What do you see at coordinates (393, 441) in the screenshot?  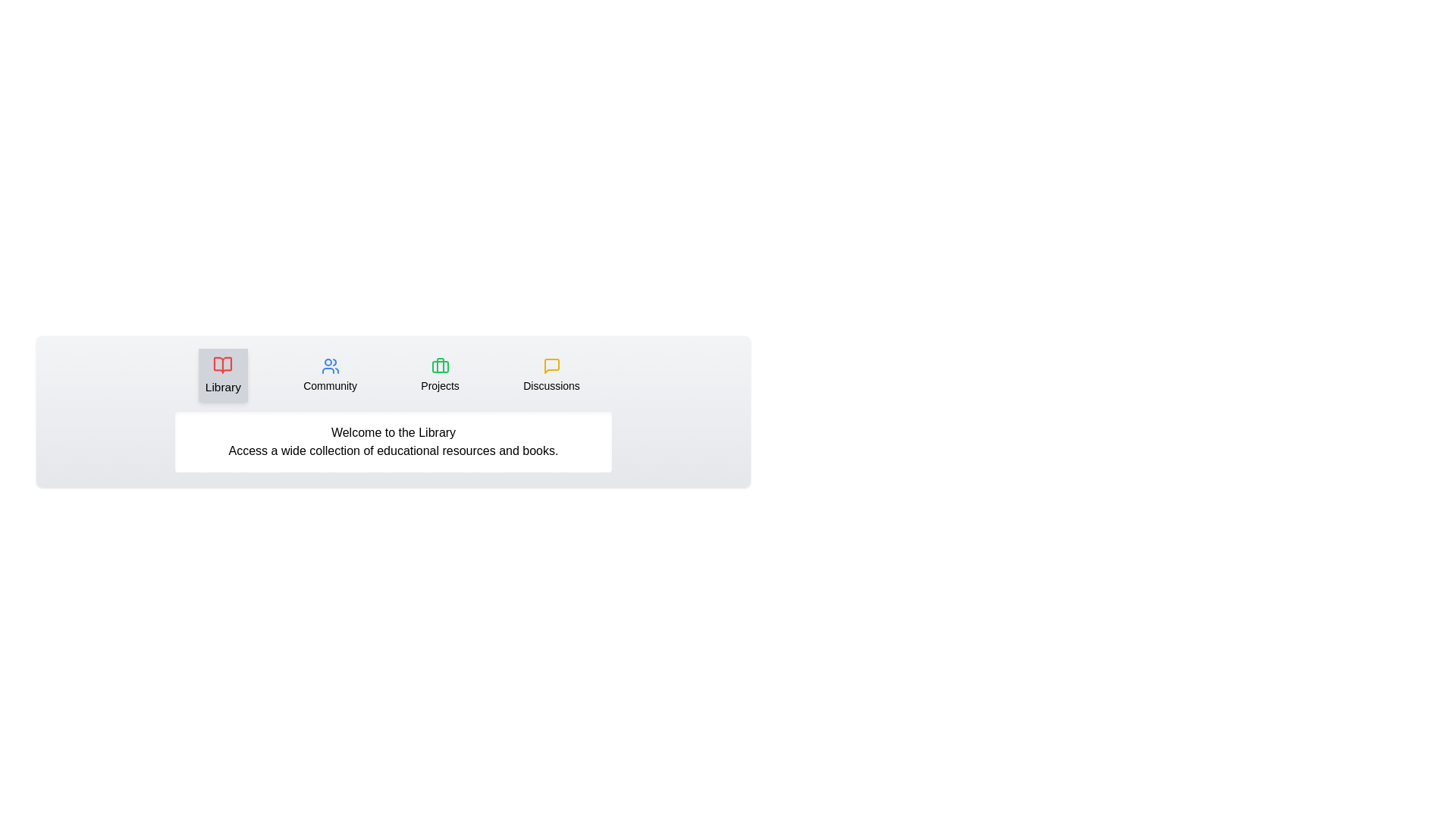 I see `informative header text block located in the middle section of the card, which provides a welcoming message and a brief description of available resources` at bounding box center [393, 441].